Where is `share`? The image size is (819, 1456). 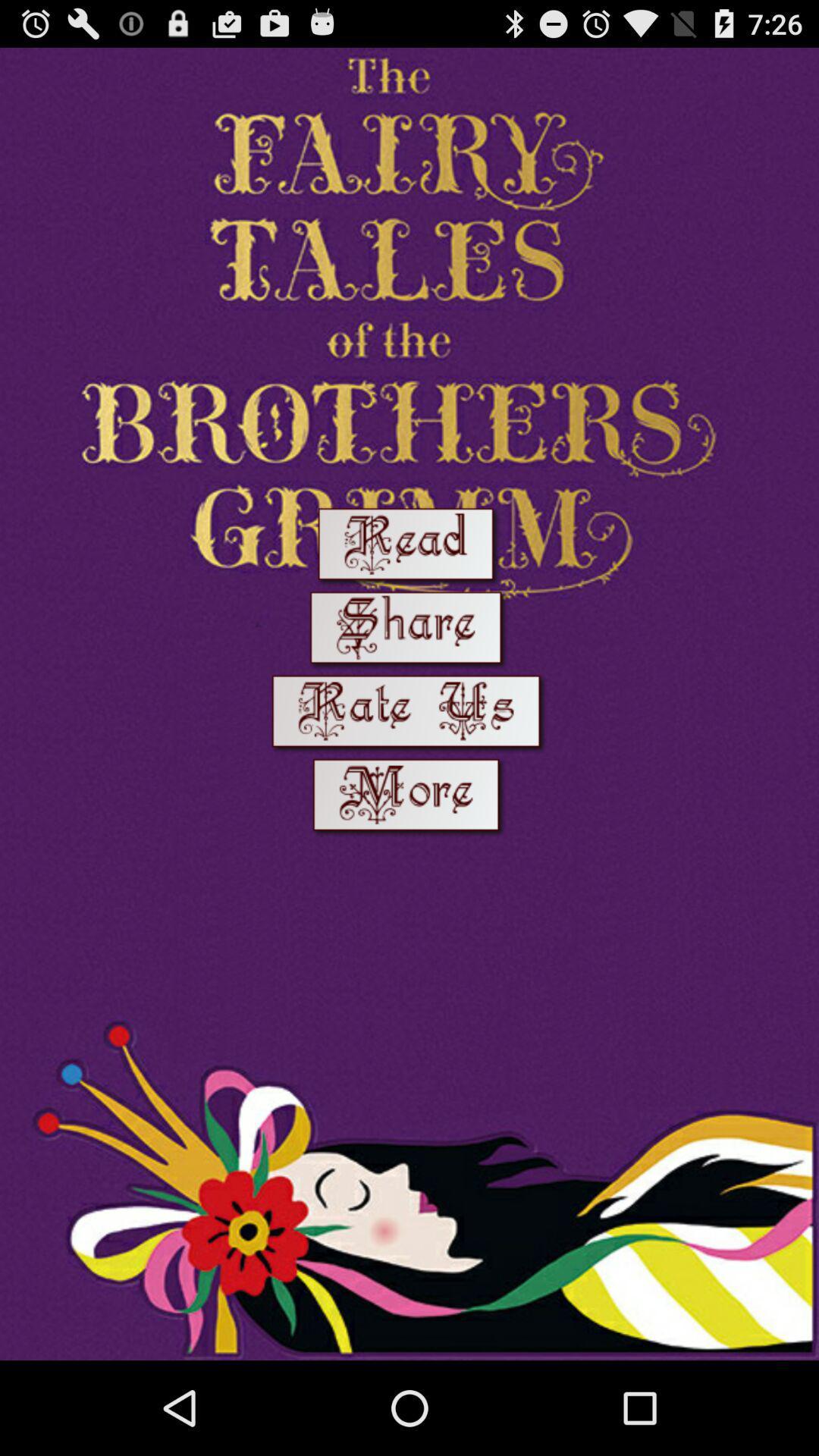
share is located at coordinates (408, 631).